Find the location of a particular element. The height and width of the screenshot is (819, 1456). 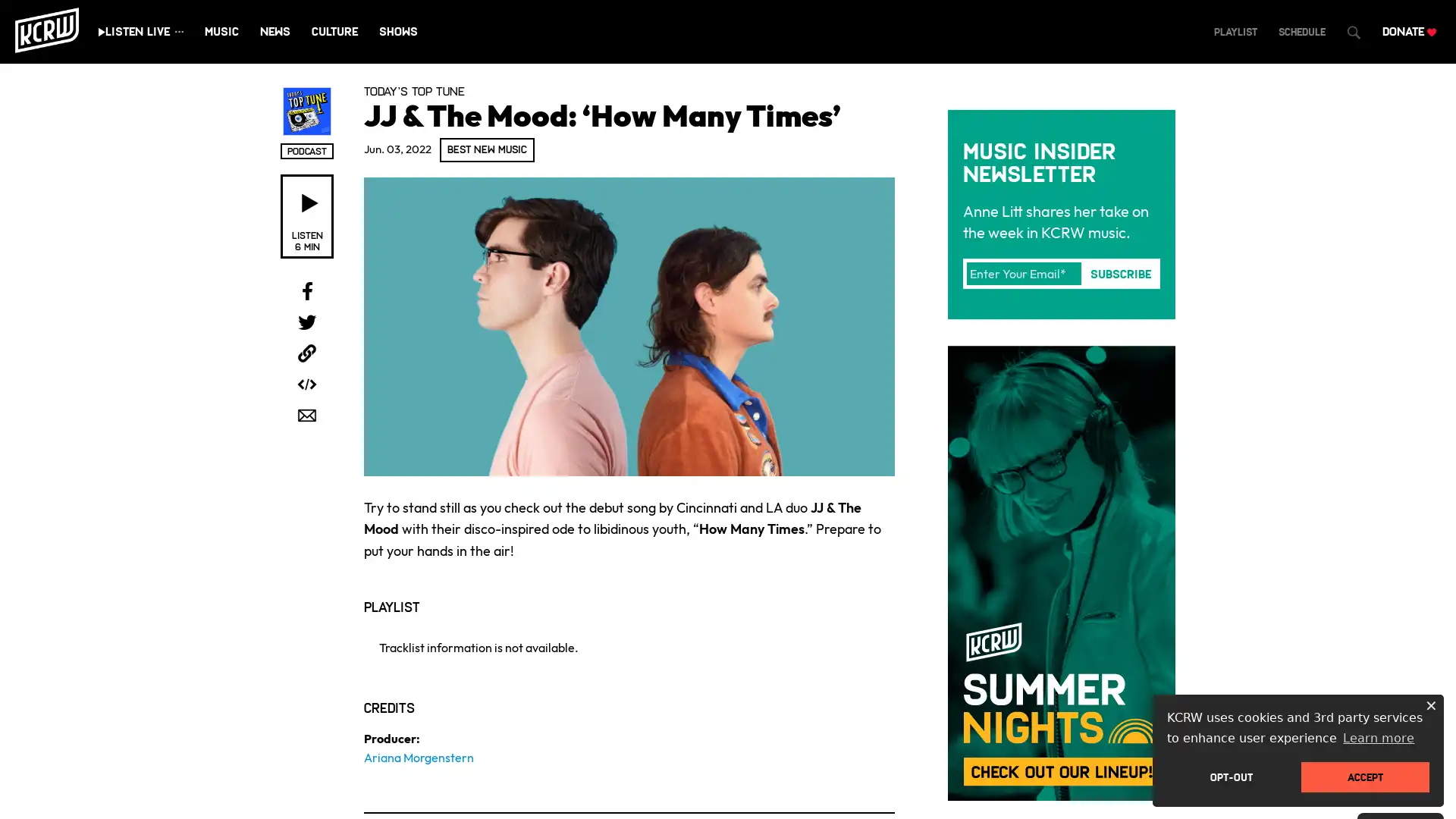

Play KCRW Eclectic 24 stream is located at coordinates (279, 32).